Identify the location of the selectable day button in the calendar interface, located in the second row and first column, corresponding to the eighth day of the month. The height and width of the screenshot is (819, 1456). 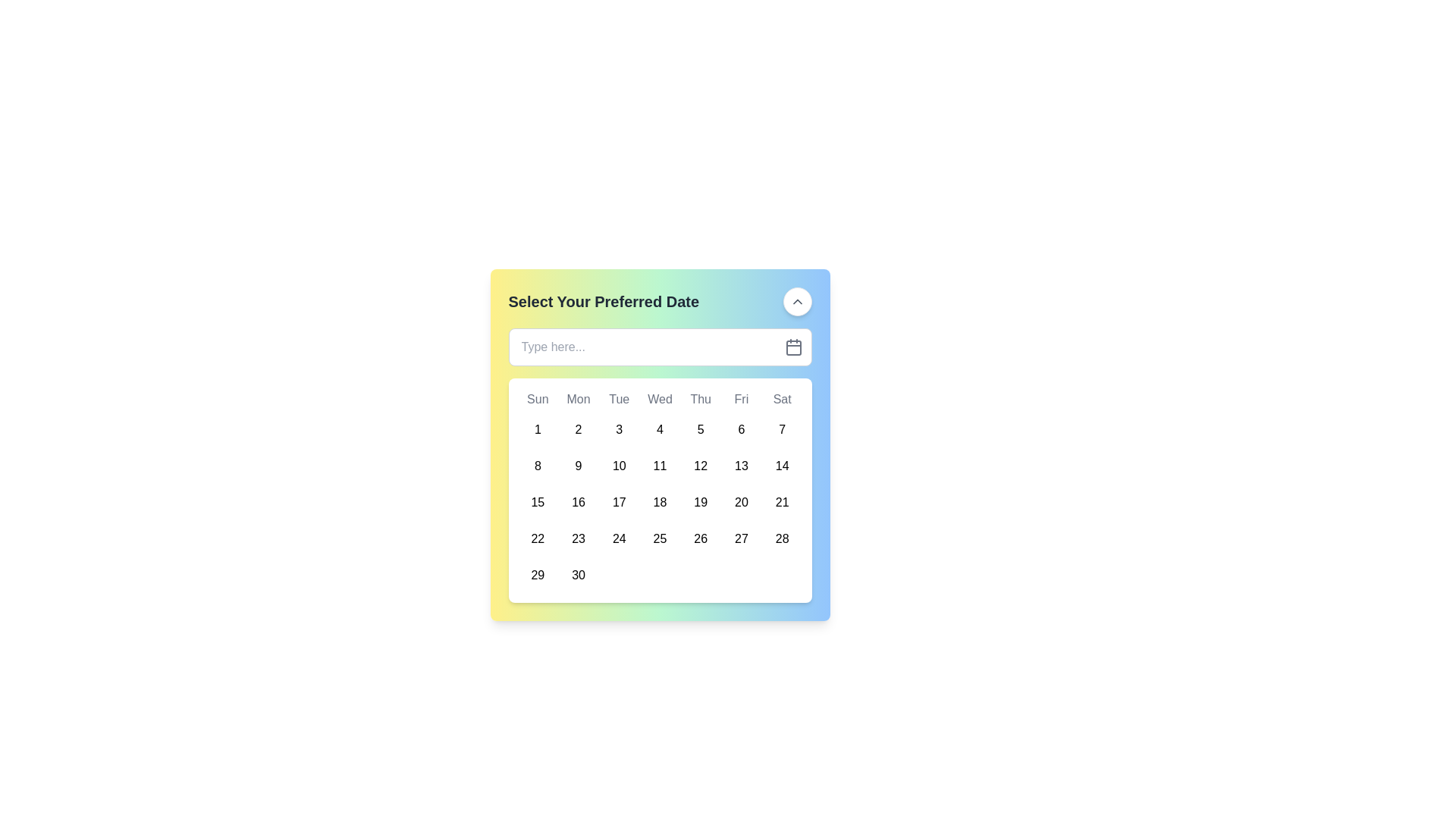
(538, 465).